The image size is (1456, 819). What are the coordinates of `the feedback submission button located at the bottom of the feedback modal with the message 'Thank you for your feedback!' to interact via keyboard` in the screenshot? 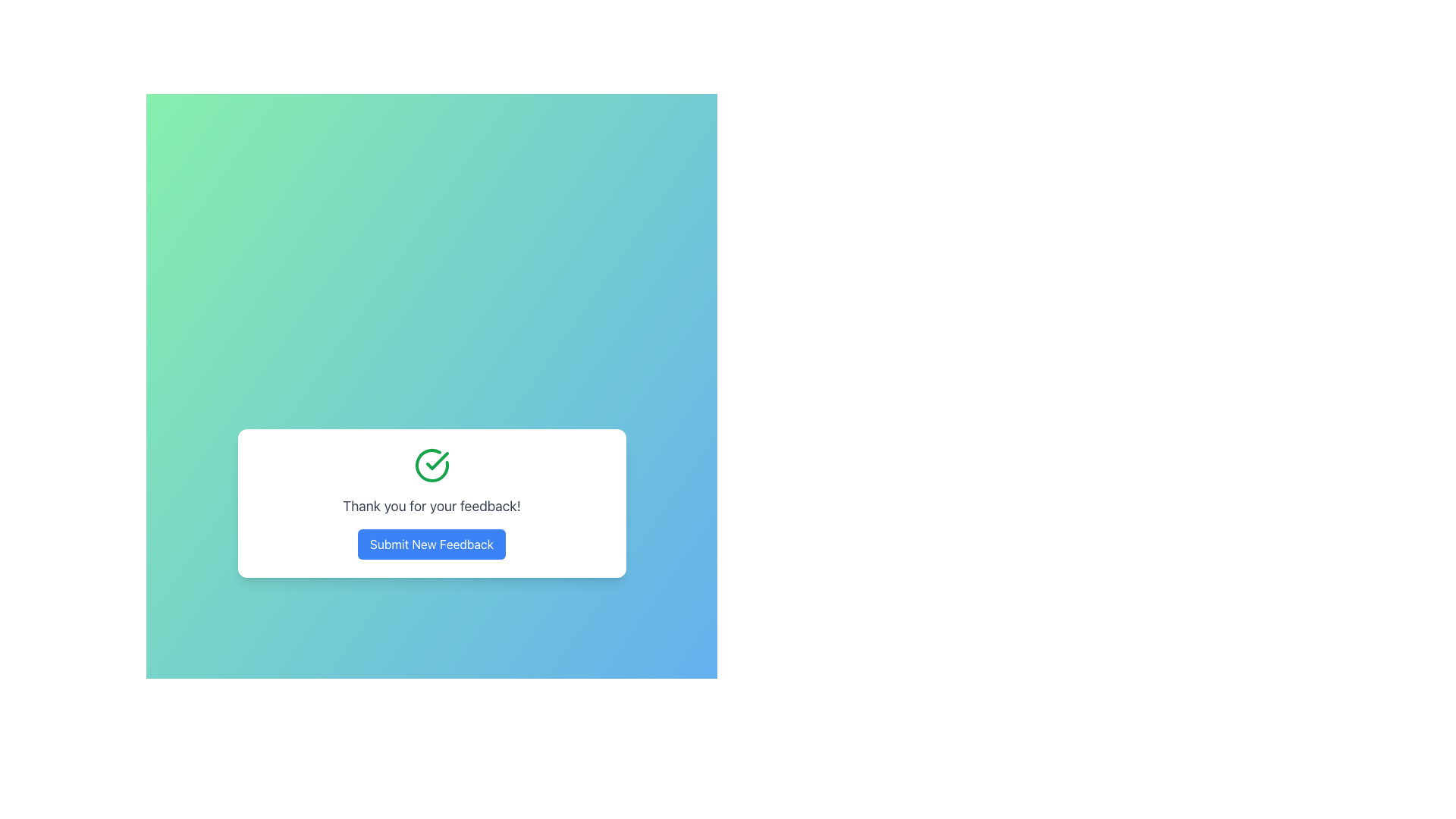 It's located at (431, 543).